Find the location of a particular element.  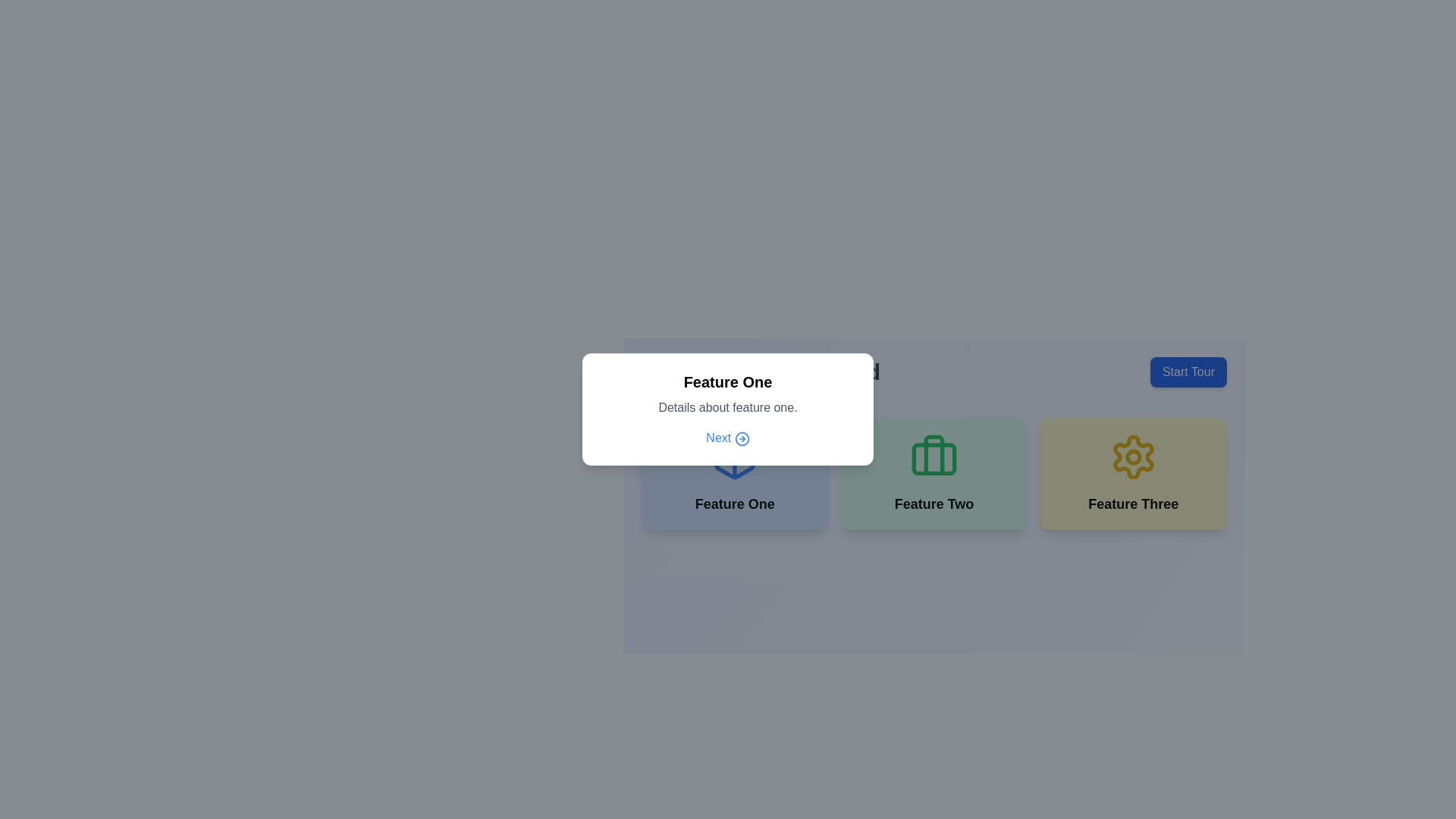

the card representing 'Feature One', which is the first element in a grid layout of three features is located at coordinates (735, 472).